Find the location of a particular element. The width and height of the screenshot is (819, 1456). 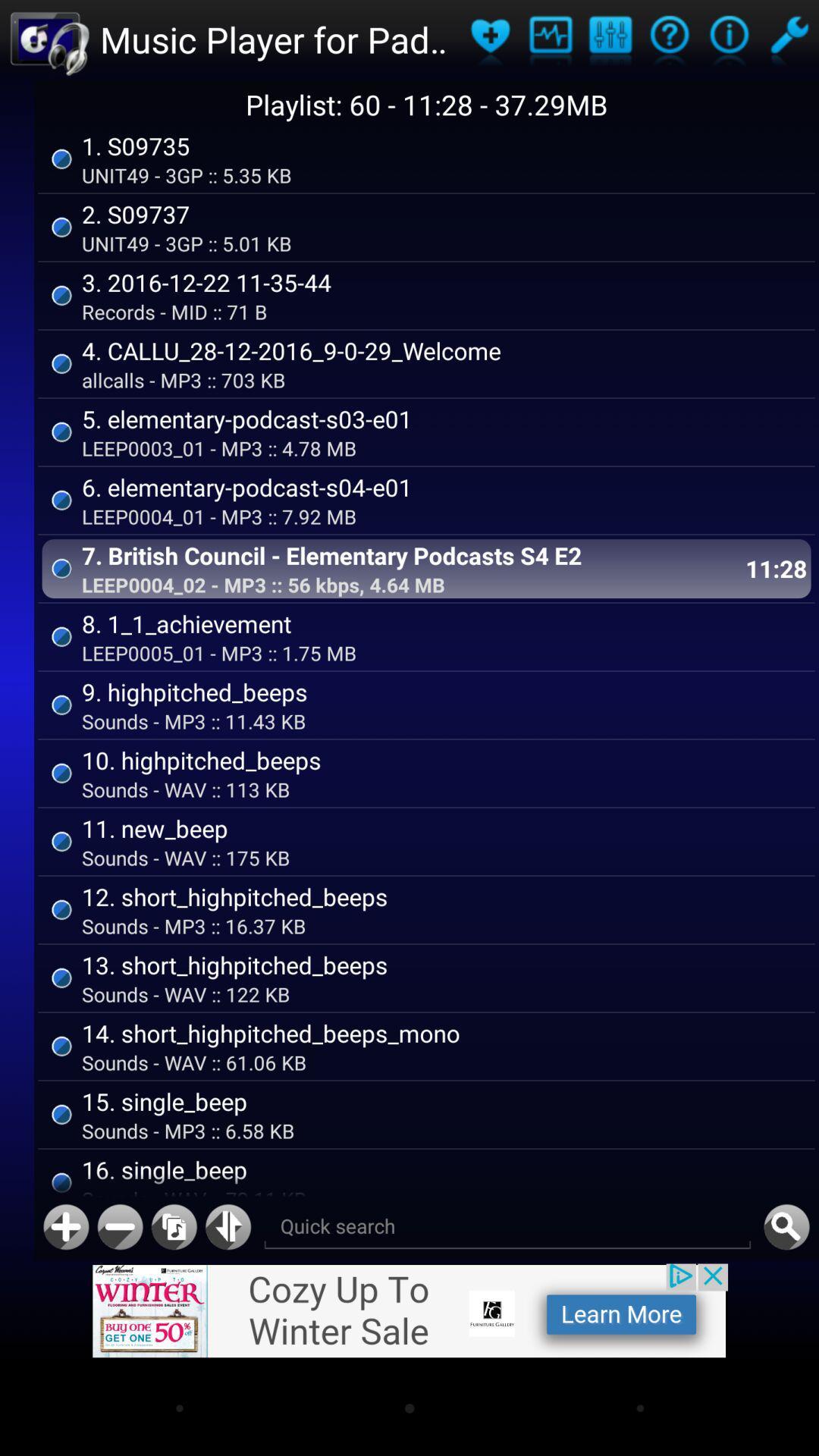

the minus icon is located at coordinates (119, 1312).